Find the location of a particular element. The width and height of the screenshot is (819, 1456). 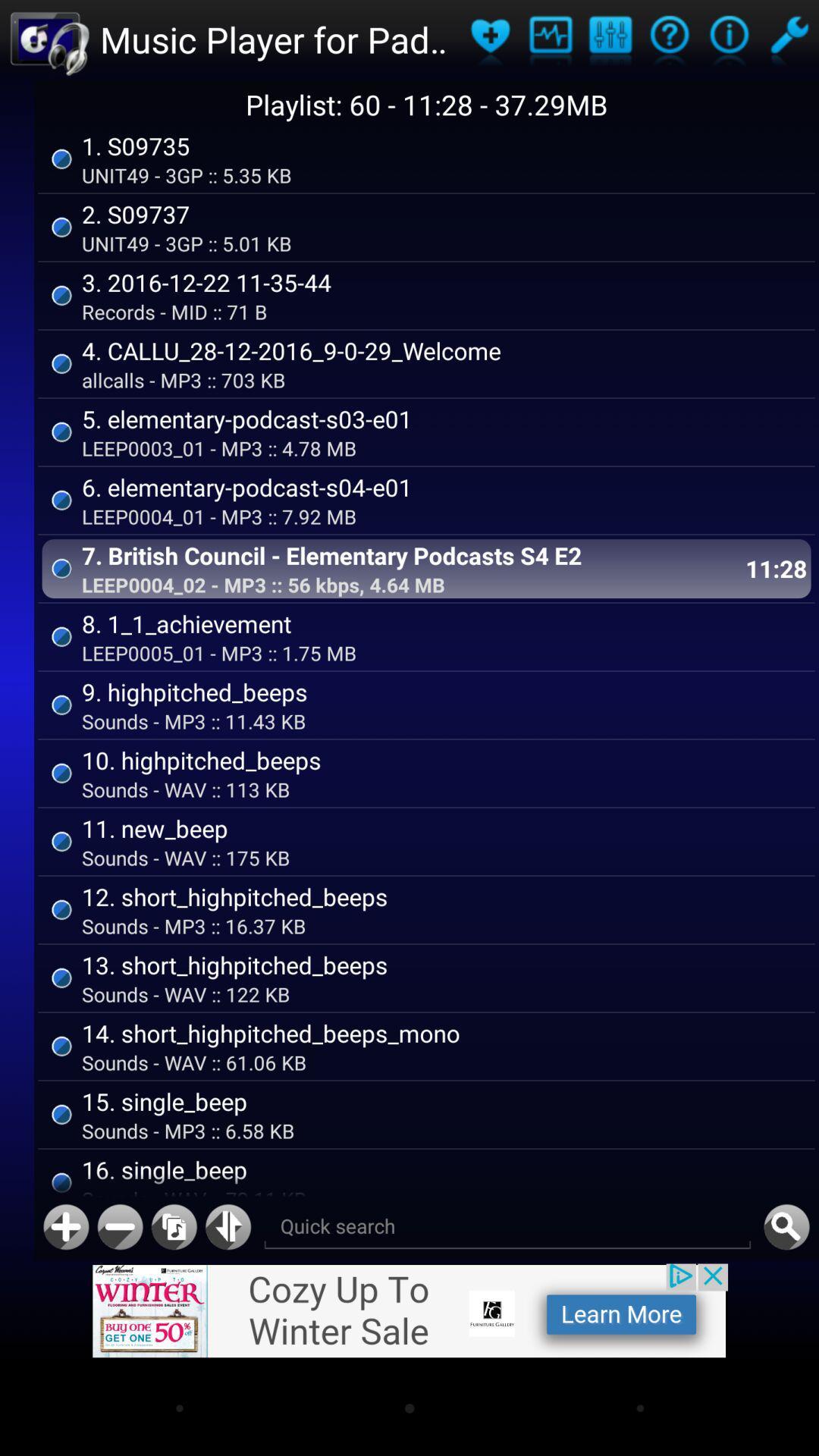

the minus icon is located at coordinates (119, 1312).